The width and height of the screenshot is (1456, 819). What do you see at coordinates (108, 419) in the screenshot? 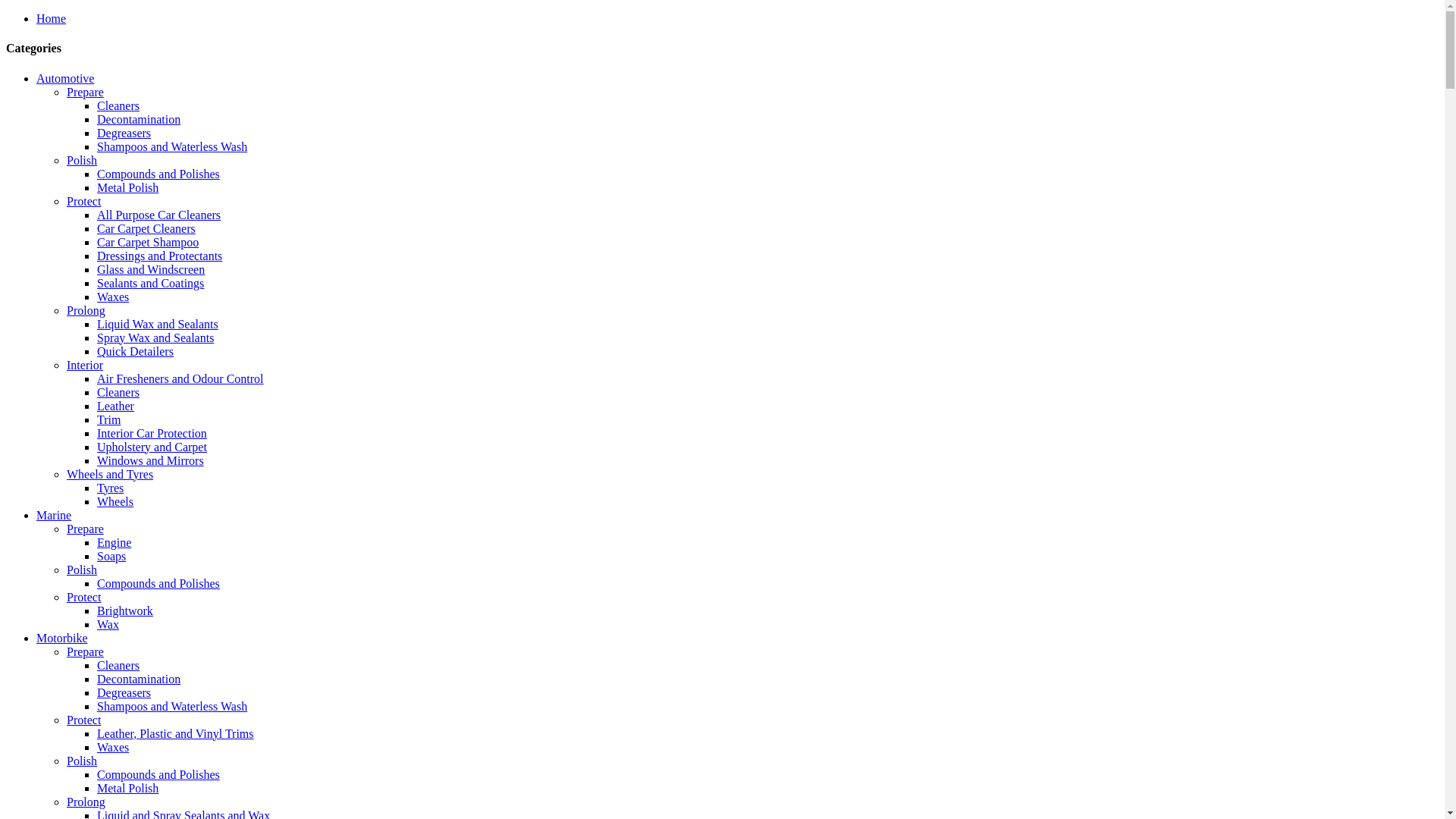
I see `'Trim'` at bounding box center [108, 419].